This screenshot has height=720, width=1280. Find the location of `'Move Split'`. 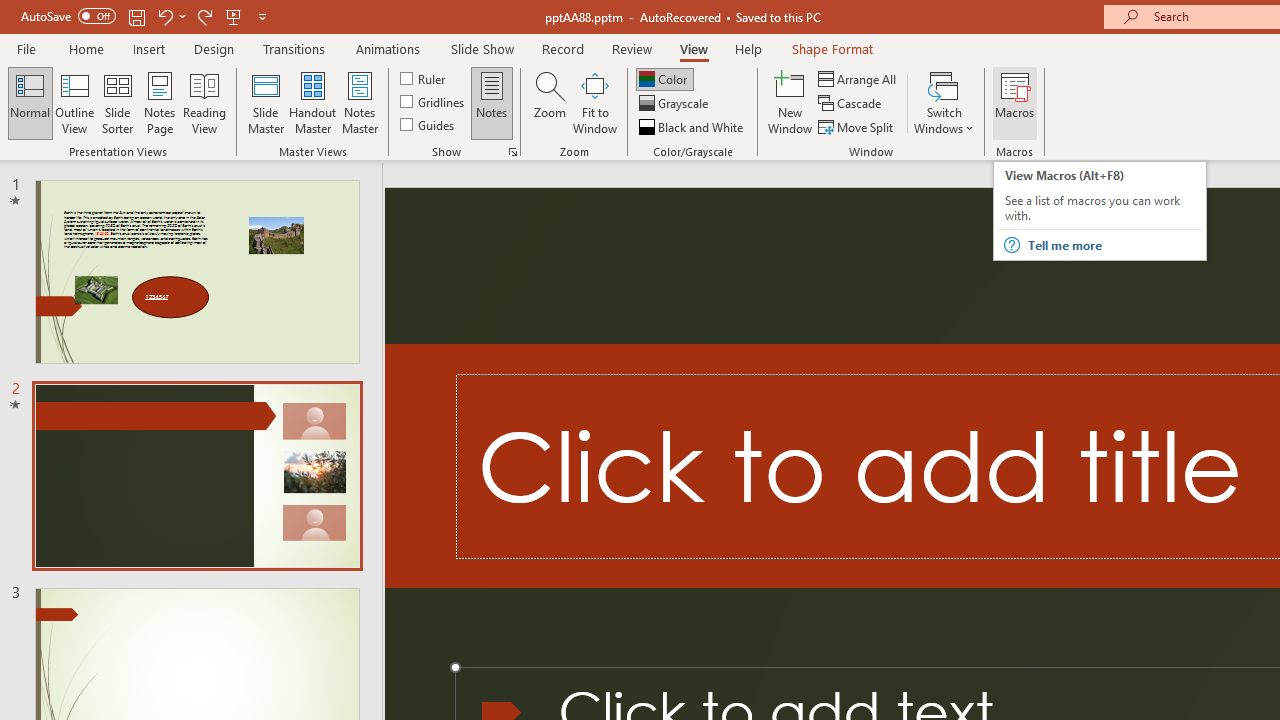

'Move Split' is located at coordinates (857, 127).